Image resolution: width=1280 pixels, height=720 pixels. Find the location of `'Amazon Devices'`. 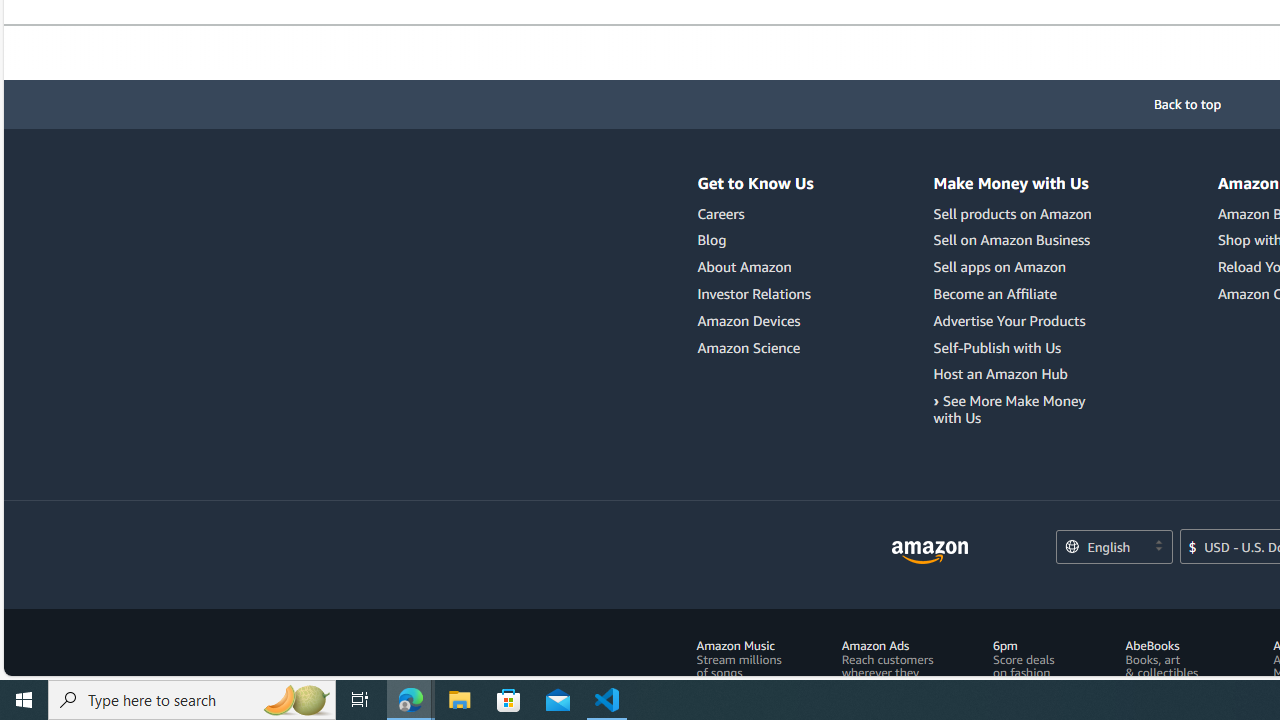

'Amazon Devices' is located at coordinates (748, 319).